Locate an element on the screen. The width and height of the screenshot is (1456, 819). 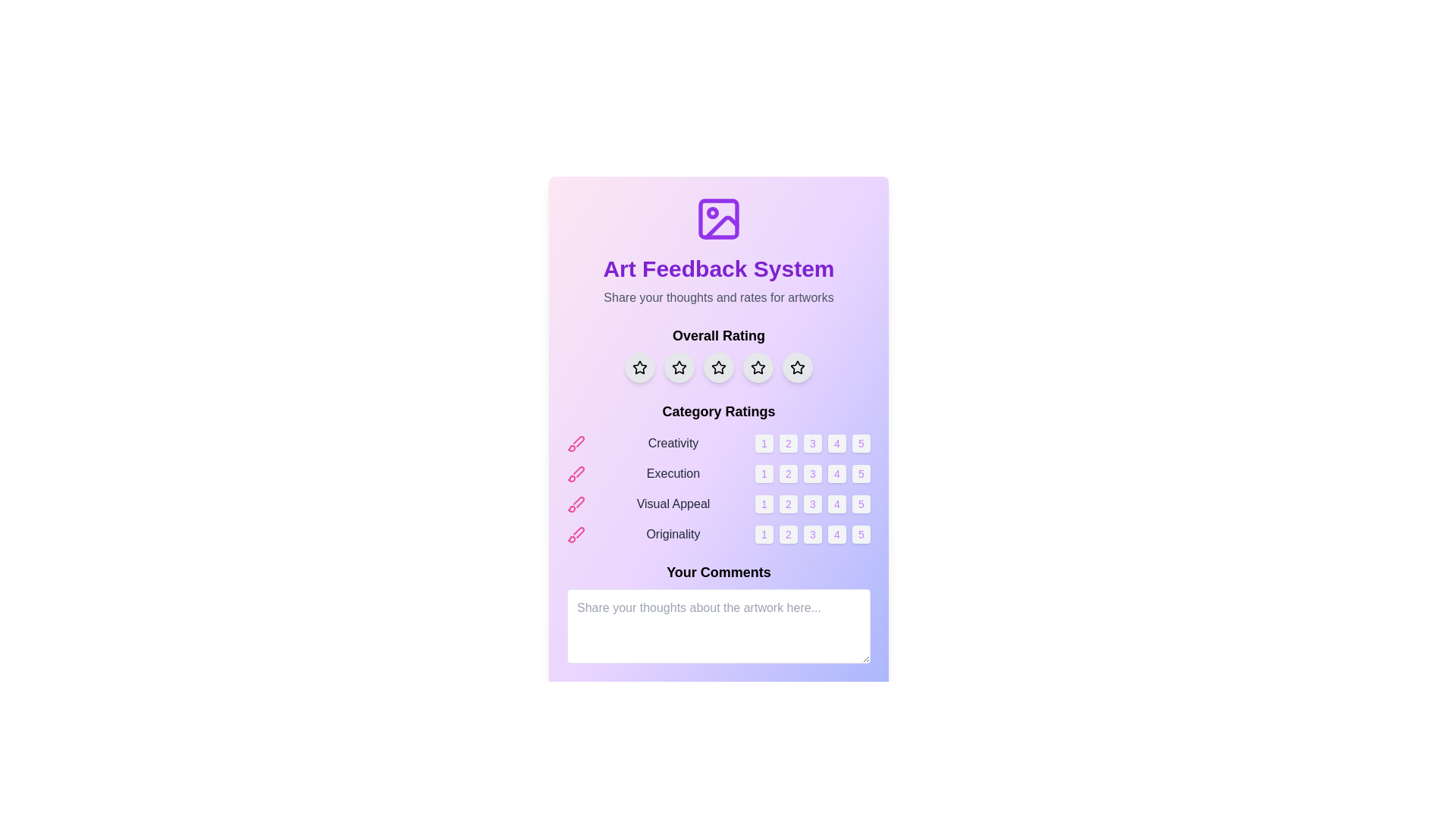
the fourth star icon in the 'Overall Rating' section is located at coordinates (758, 368).